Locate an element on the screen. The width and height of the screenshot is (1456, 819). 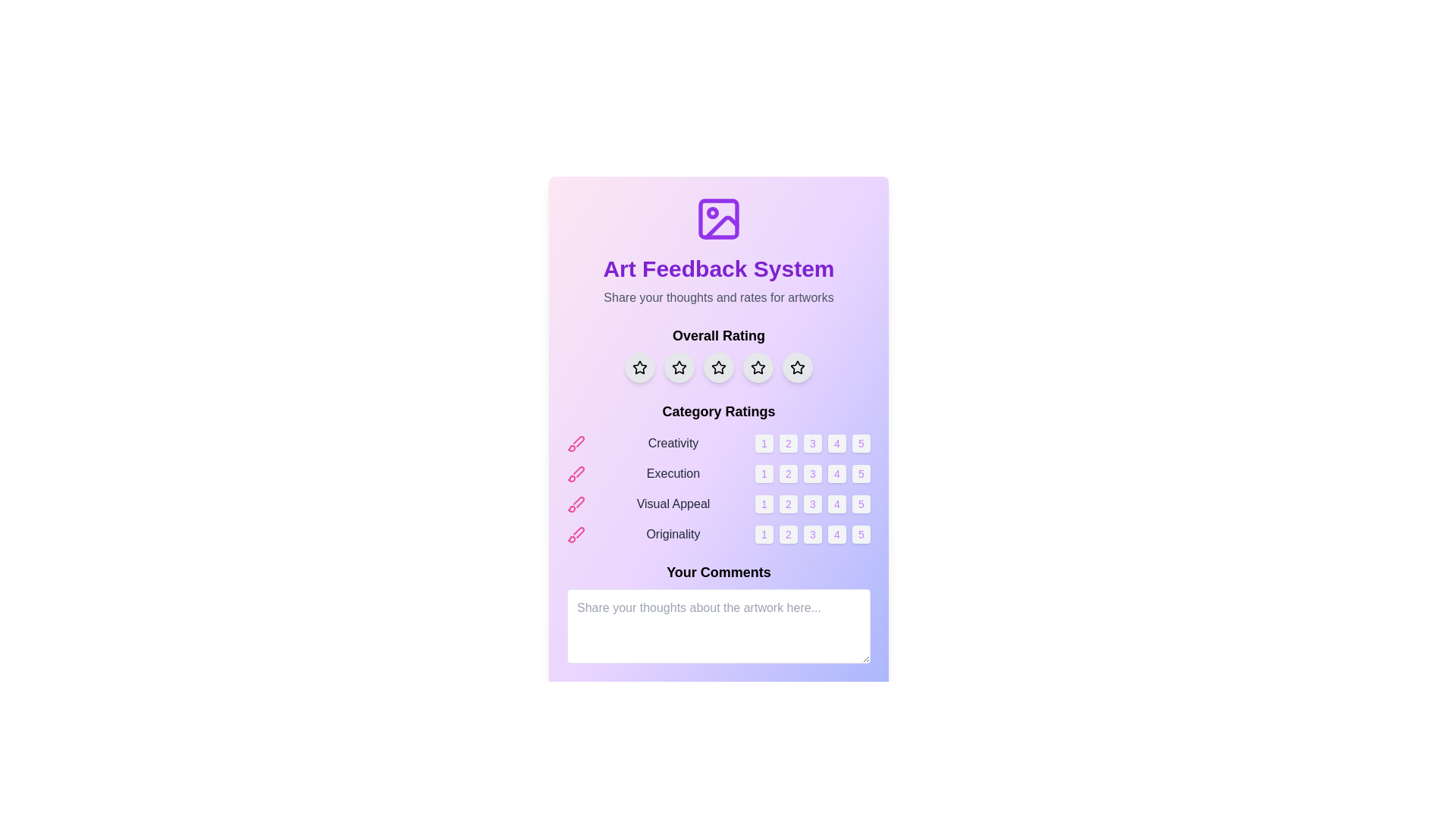
the fourth star icon in the 'Overall Rating' section is located at coordinates (758, 368).